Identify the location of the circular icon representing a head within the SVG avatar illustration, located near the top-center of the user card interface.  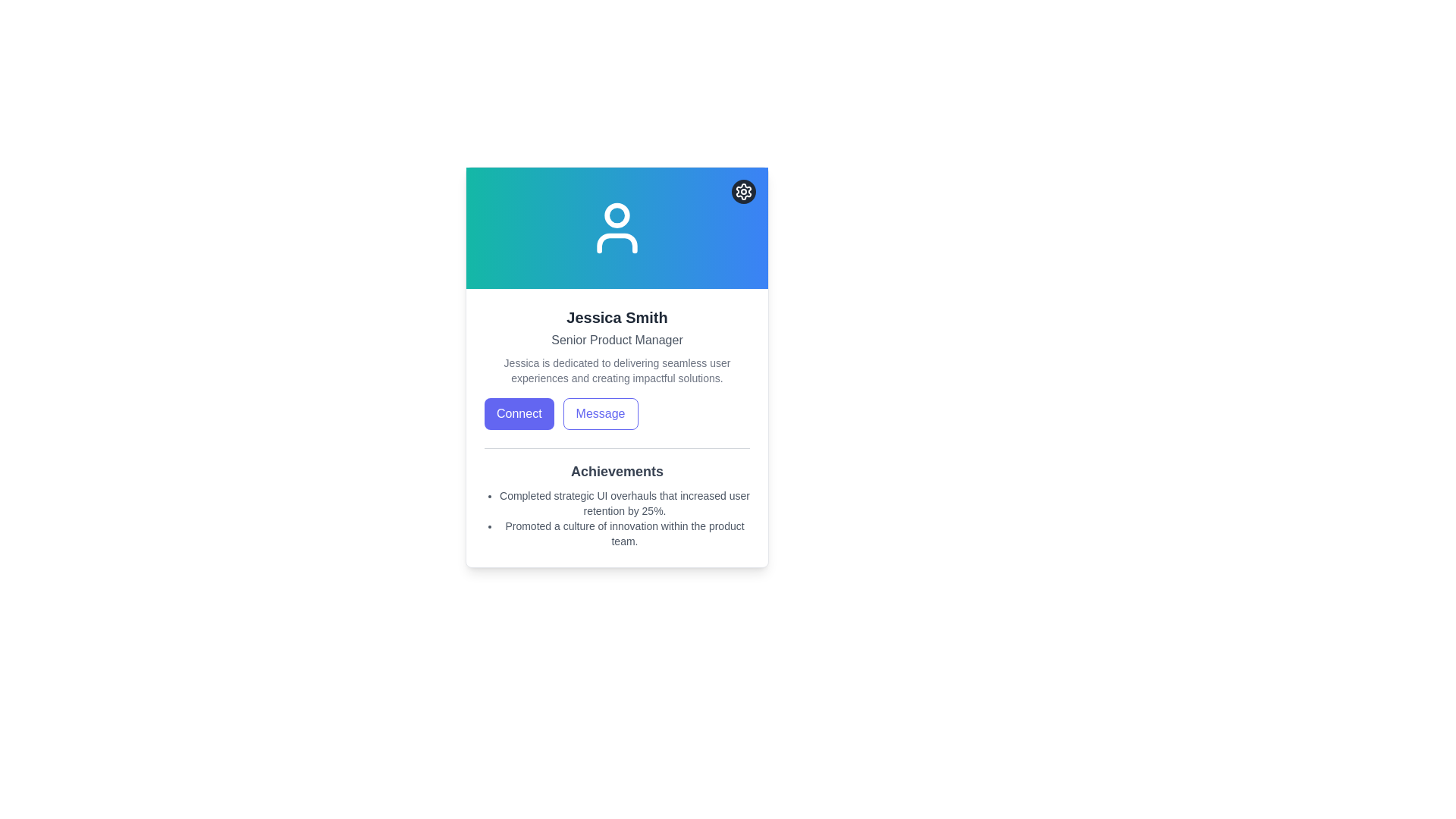
(617, 215).